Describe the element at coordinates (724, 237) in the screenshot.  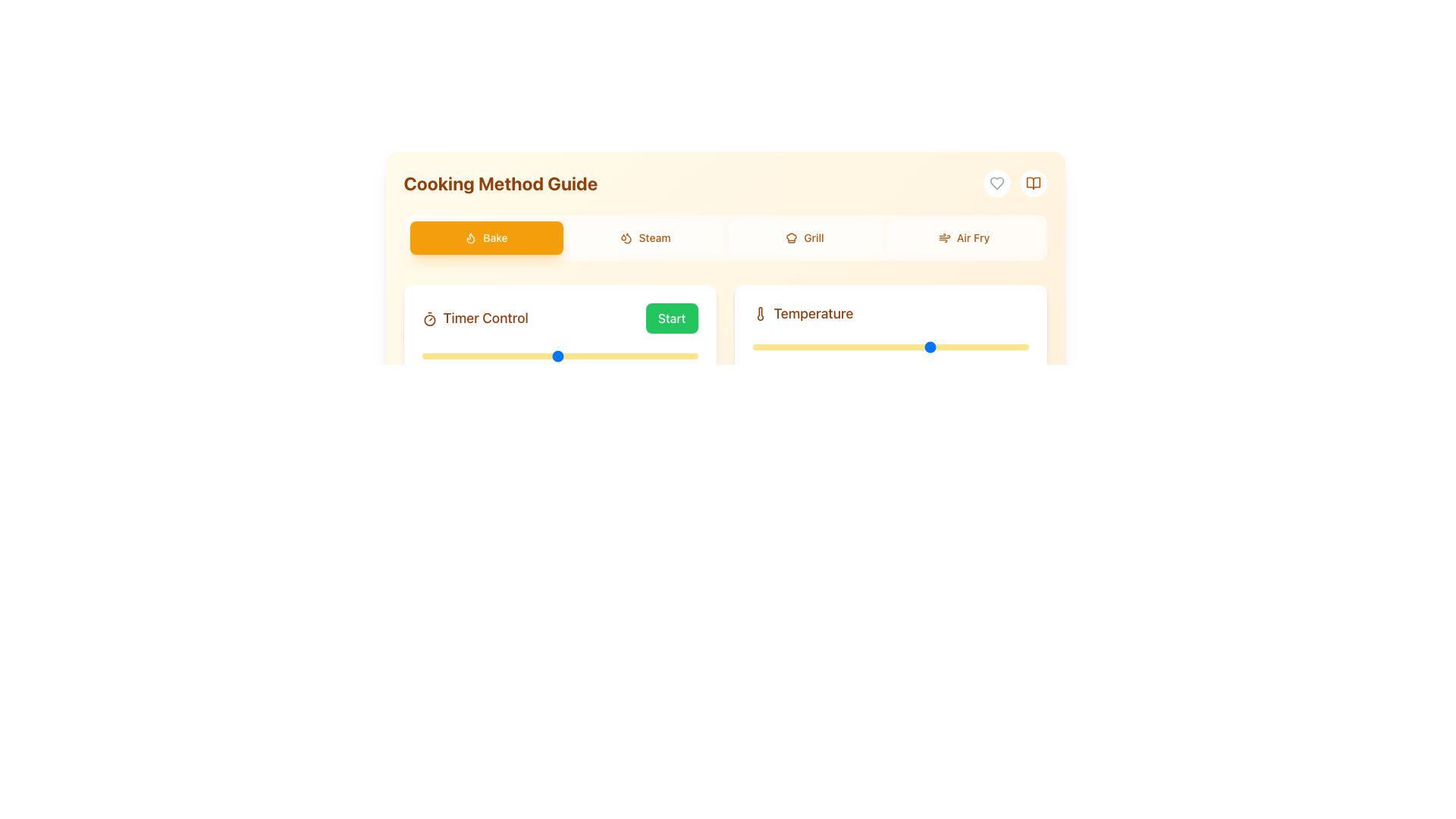
I see `the group of interactive buttons labeled "Bake," "Steam," "Grill," and "Air Fry"` at that location.